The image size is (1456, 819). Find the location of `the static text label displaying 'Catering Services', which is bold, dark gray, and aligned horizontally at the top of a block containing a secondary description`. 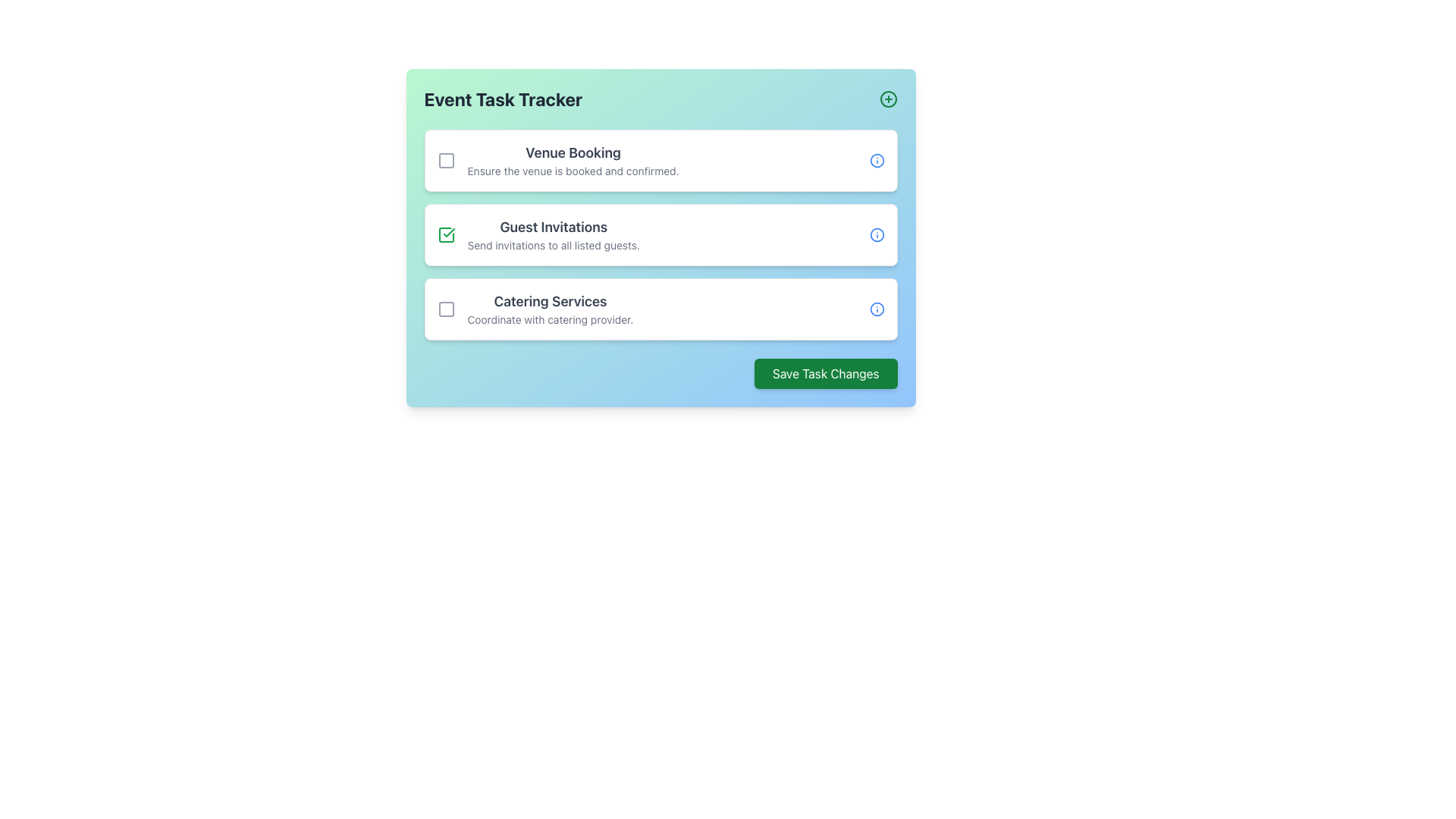

the static text label displaying 'Catering Services', which is bold, dark gray, and aligned horizontally at the top of a block containing a secondary description is located at coordinates (549, 301).